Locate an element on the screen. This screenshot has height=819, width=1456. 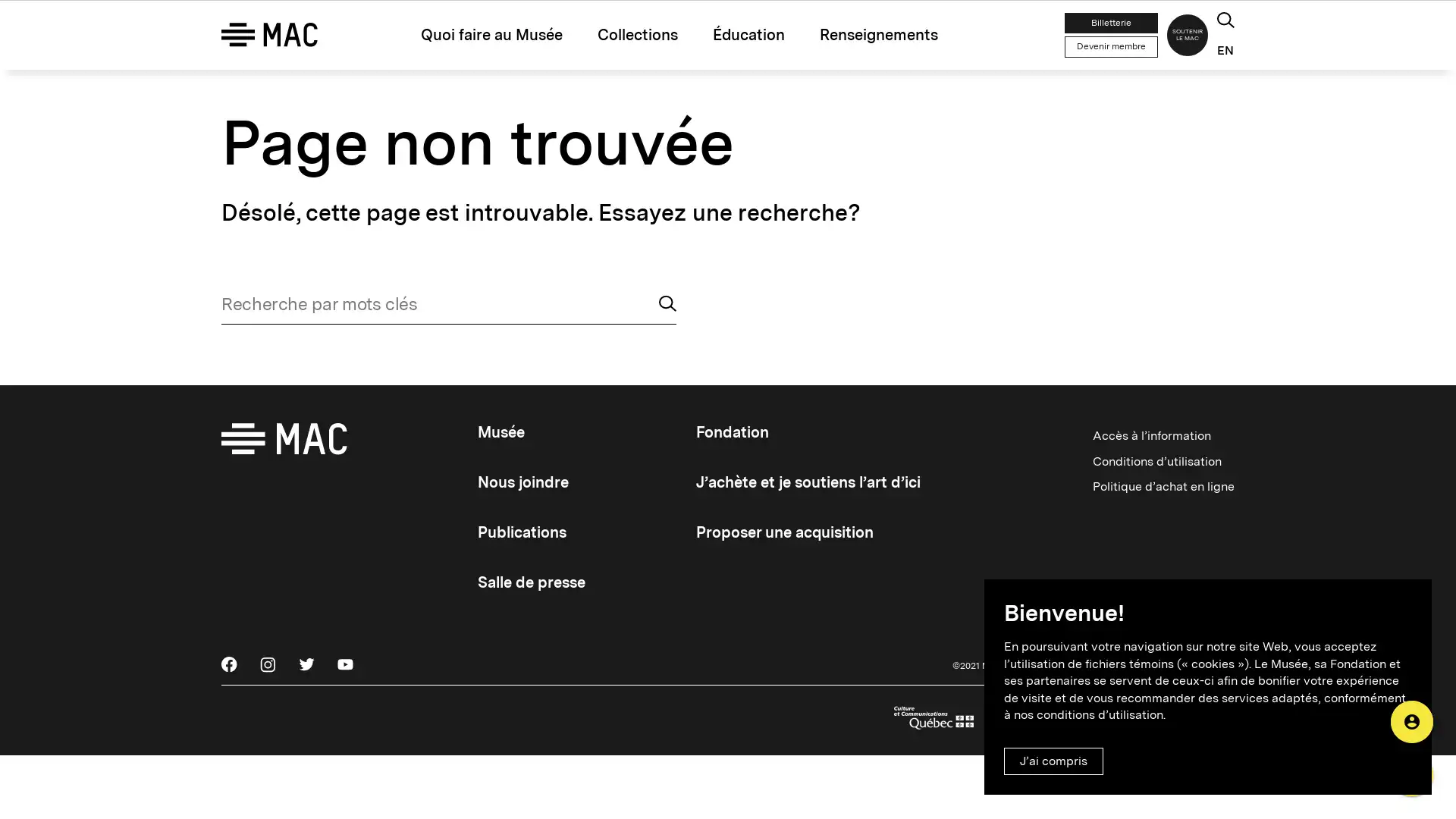
Recherchez is located at coordinates (667, 324).